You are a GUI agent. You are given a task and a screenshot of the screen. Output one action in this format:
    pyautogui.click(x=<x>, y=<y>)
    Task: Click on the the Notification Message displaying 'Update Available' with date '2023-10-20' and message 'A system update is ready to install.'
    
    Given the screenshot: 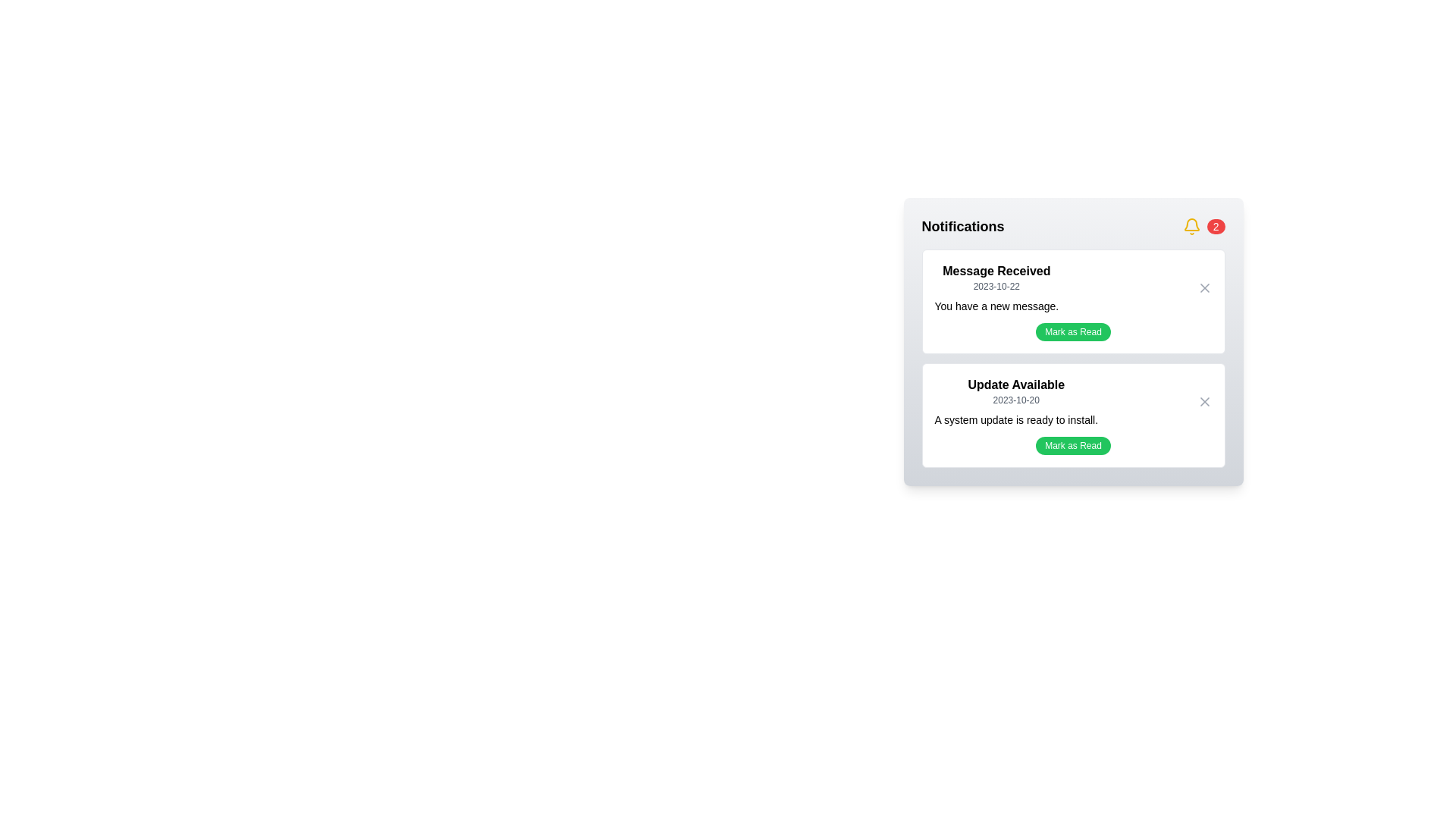 What is the action you would take?
    pyautogui.click(x=1072, y=400)
    